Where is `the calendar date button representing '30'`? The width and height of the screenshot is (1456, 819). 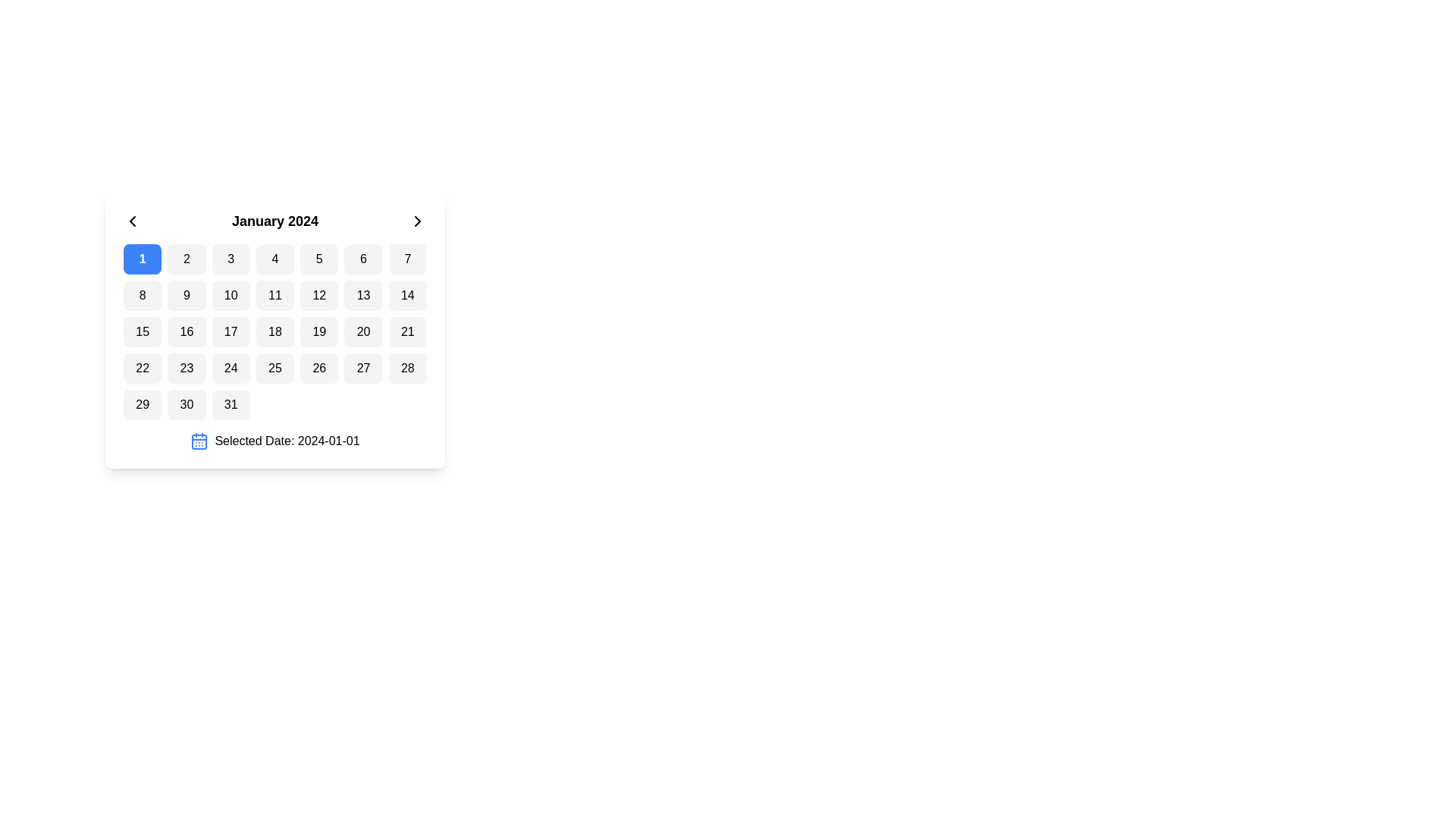
the calendar date button representing '30' is located at coordinates (186, 403).